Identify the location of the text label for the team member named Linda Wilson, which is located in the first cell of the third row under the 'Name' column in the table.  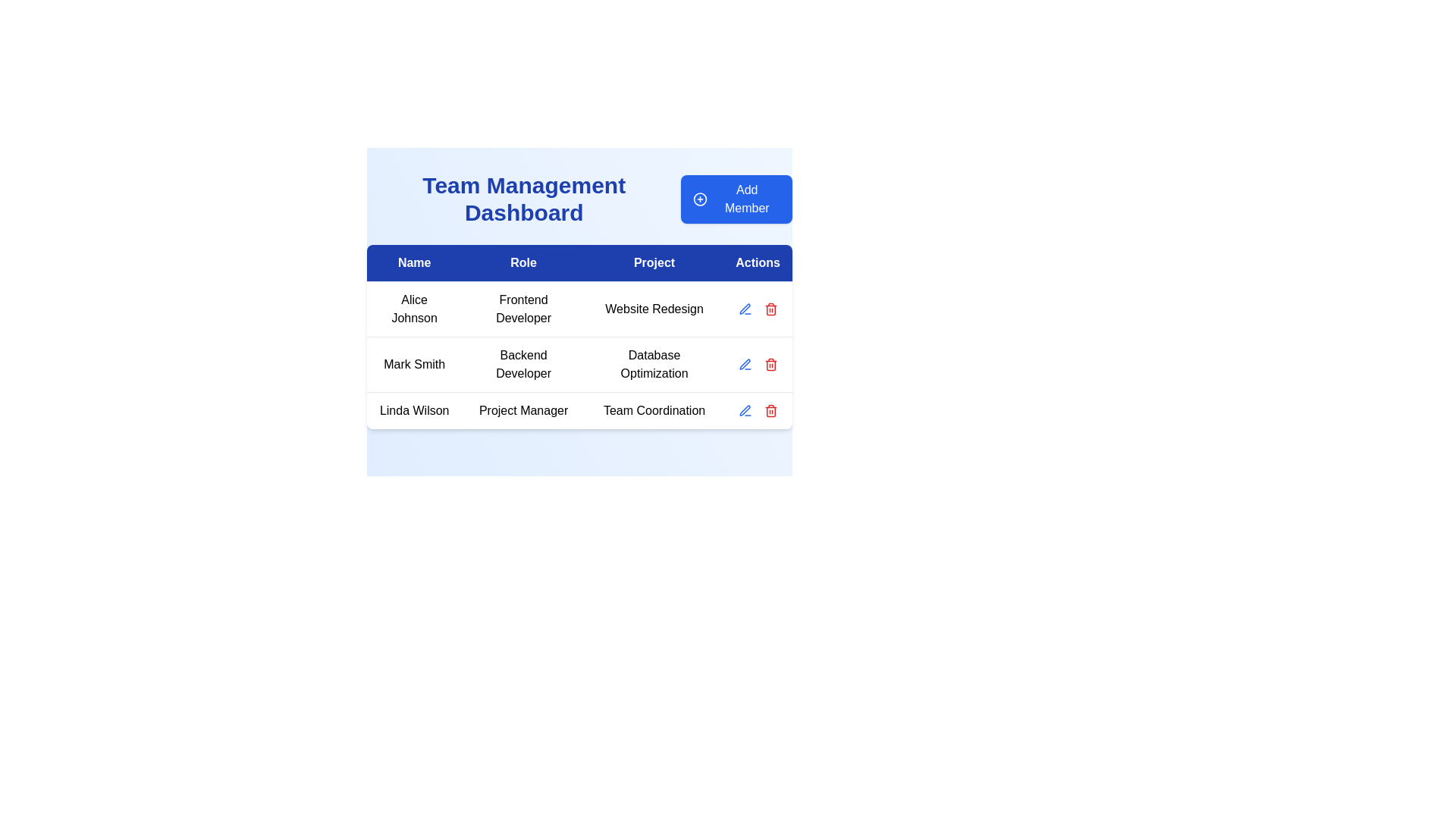
(414, 410).